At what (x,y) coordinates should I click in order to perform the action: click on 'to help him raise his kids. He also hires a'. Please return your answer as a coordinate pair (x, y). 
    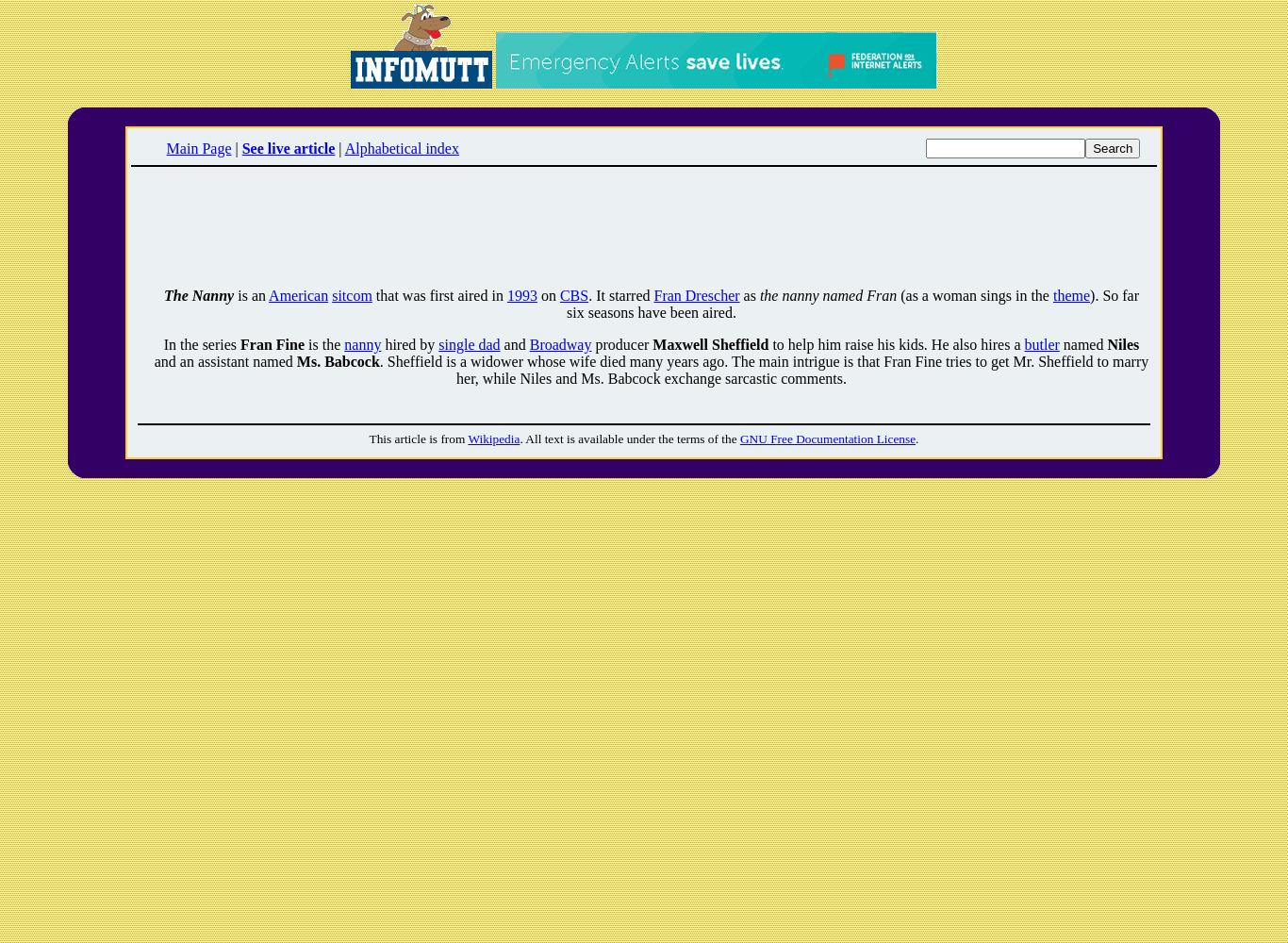
    Looking at the image, I should click on (896, 343).